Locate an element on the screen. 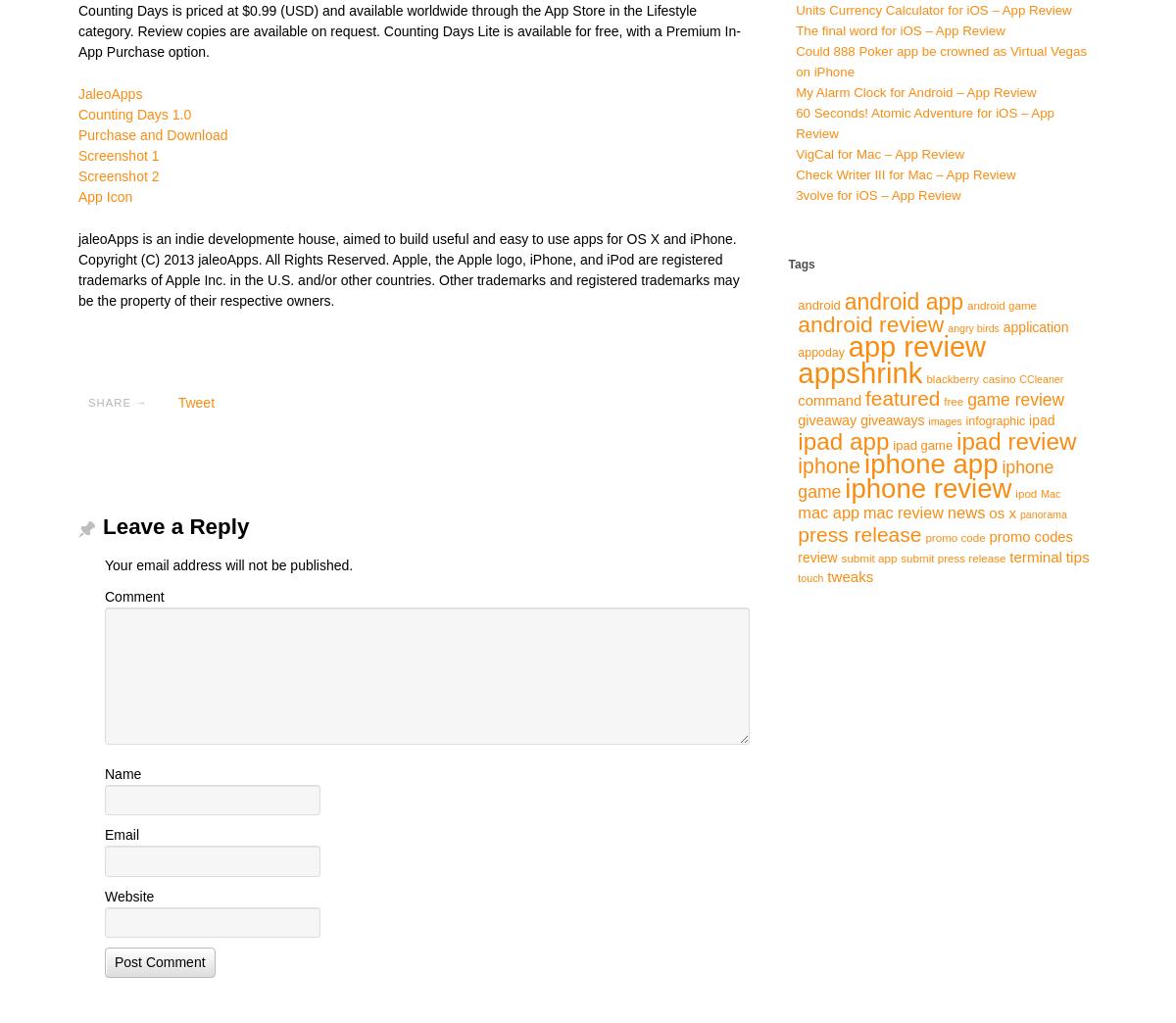  'iphone review' is located at coordinates (928, 487).